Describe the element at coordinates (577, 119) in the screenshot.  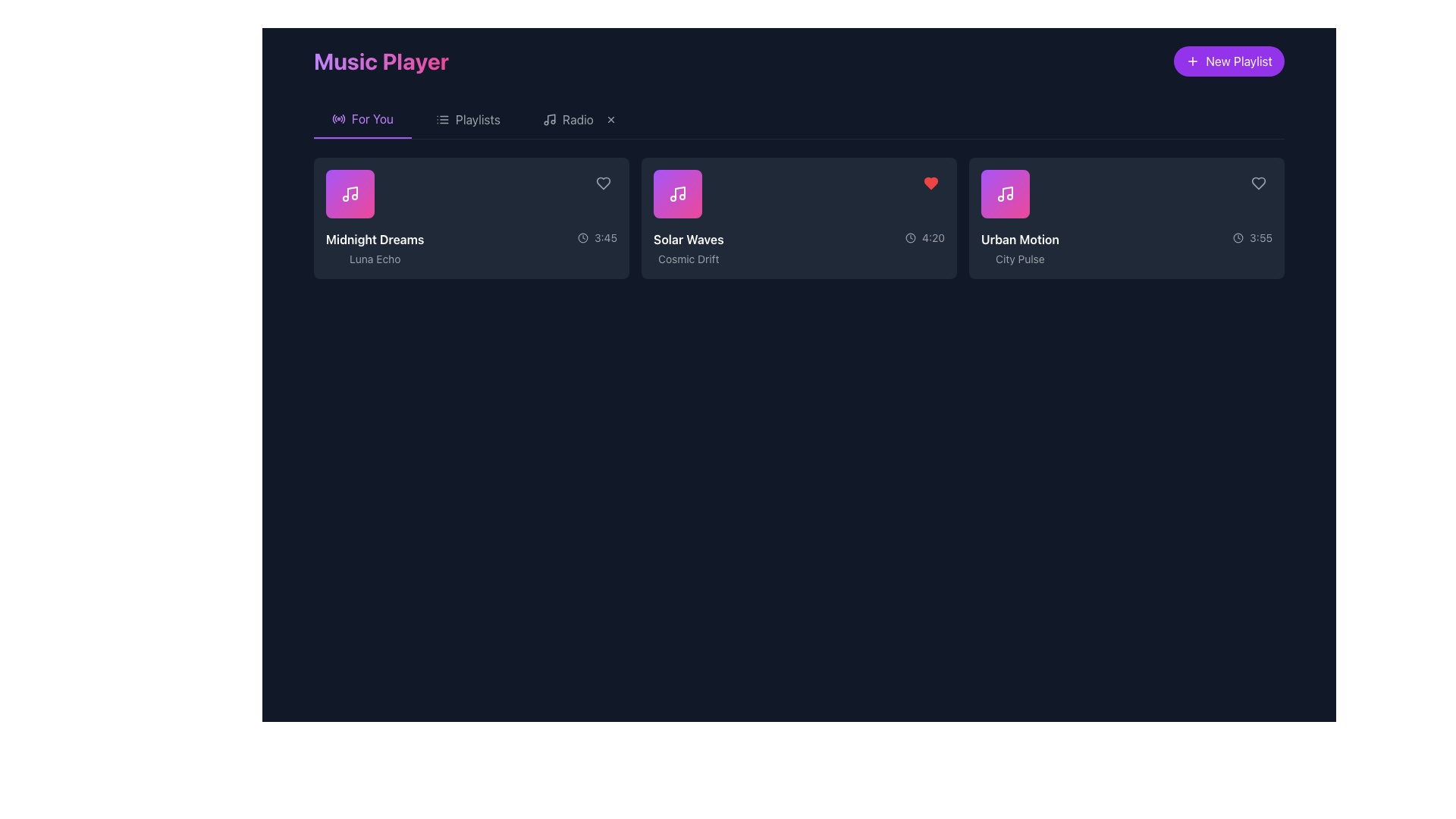
I see `the static text label displaying 'Radio' in light gray color, located in the navigation bar between the musical note icon and the 'X' icon` at that location.